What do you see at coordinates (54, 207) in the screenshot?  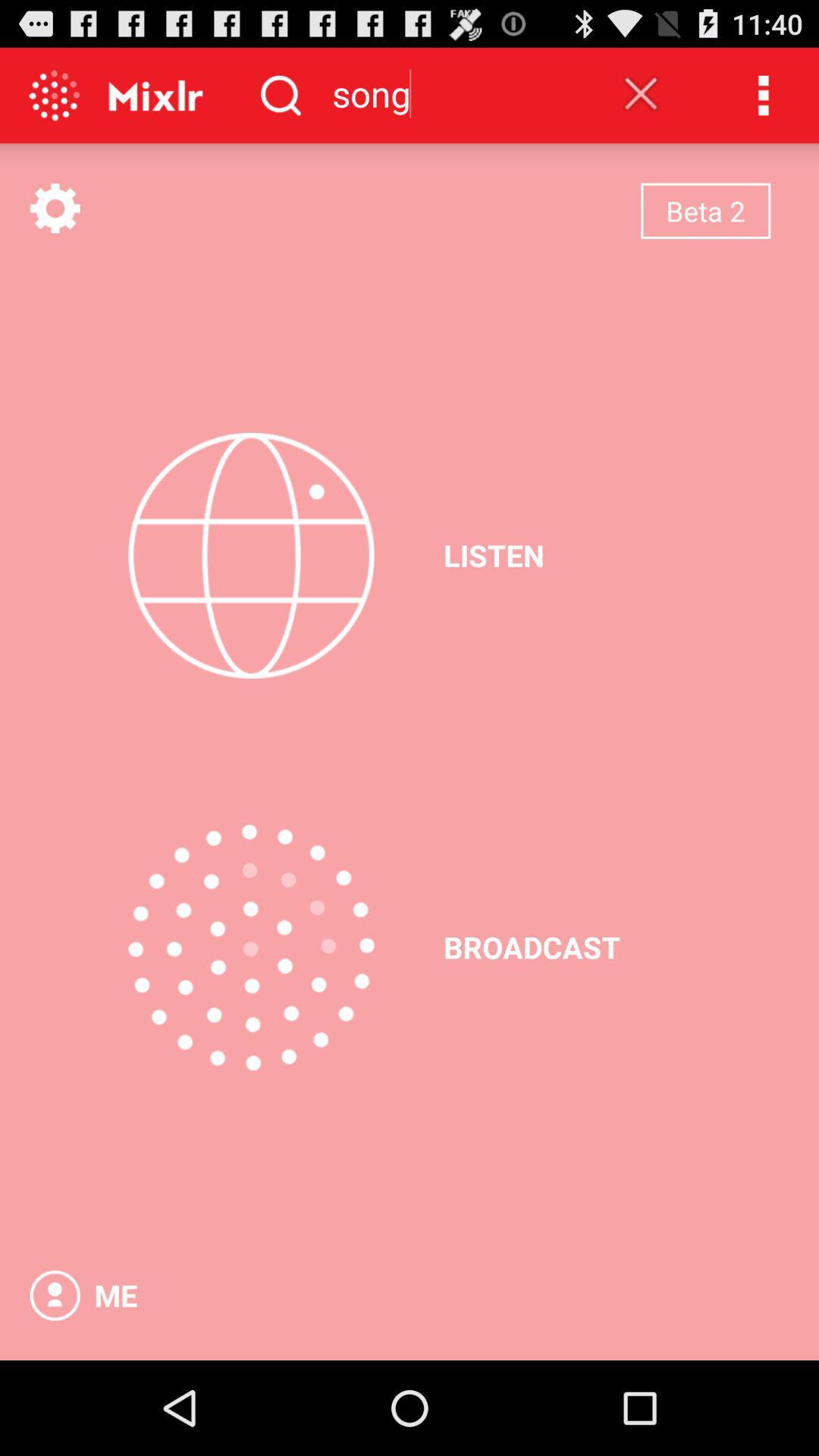 I see `see menu` at bounding box center [54, 207].